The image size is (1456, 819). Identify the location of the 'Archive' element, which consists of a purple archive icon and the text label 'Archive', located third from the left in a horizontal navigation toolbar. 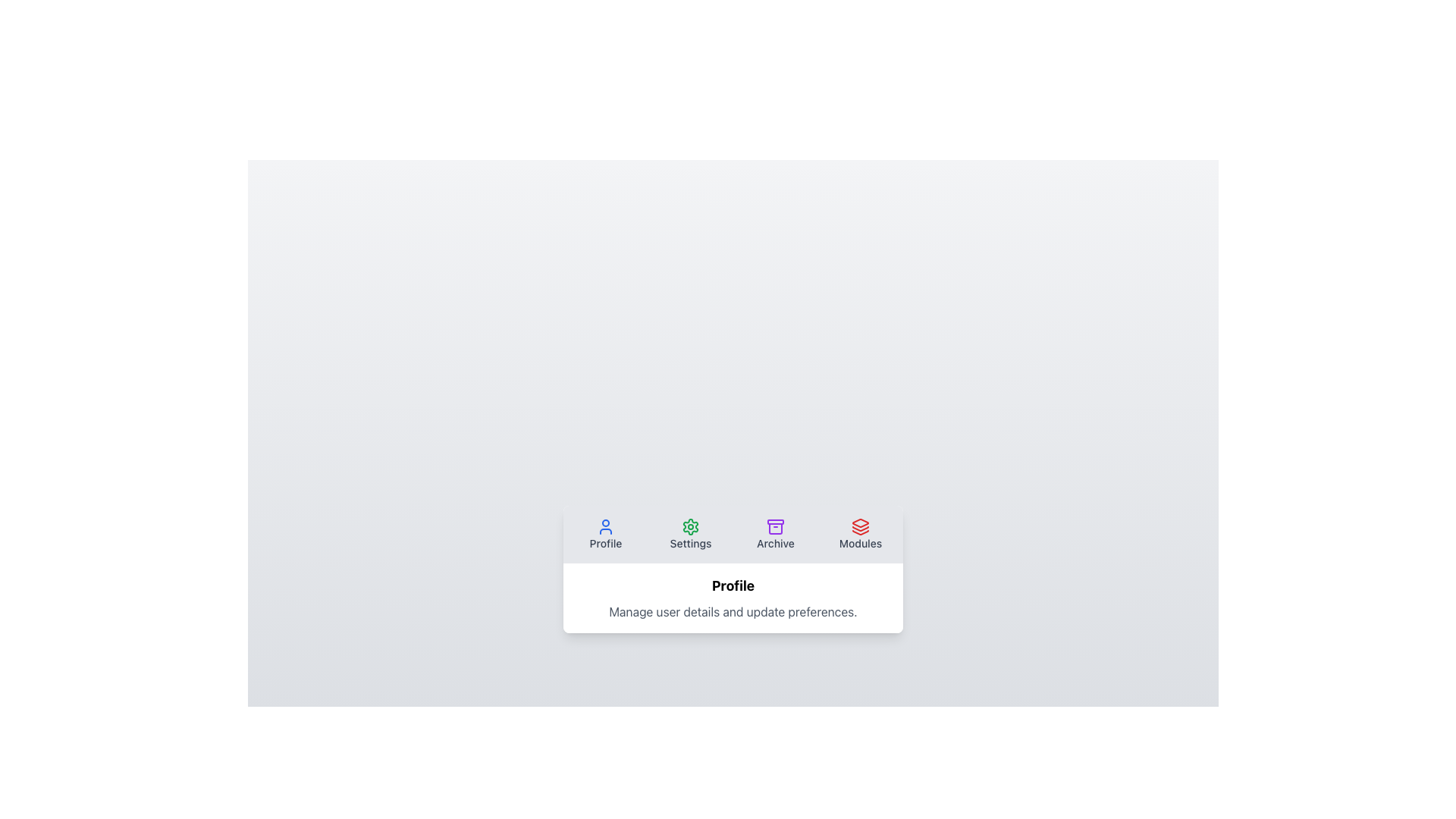
(775, 534).